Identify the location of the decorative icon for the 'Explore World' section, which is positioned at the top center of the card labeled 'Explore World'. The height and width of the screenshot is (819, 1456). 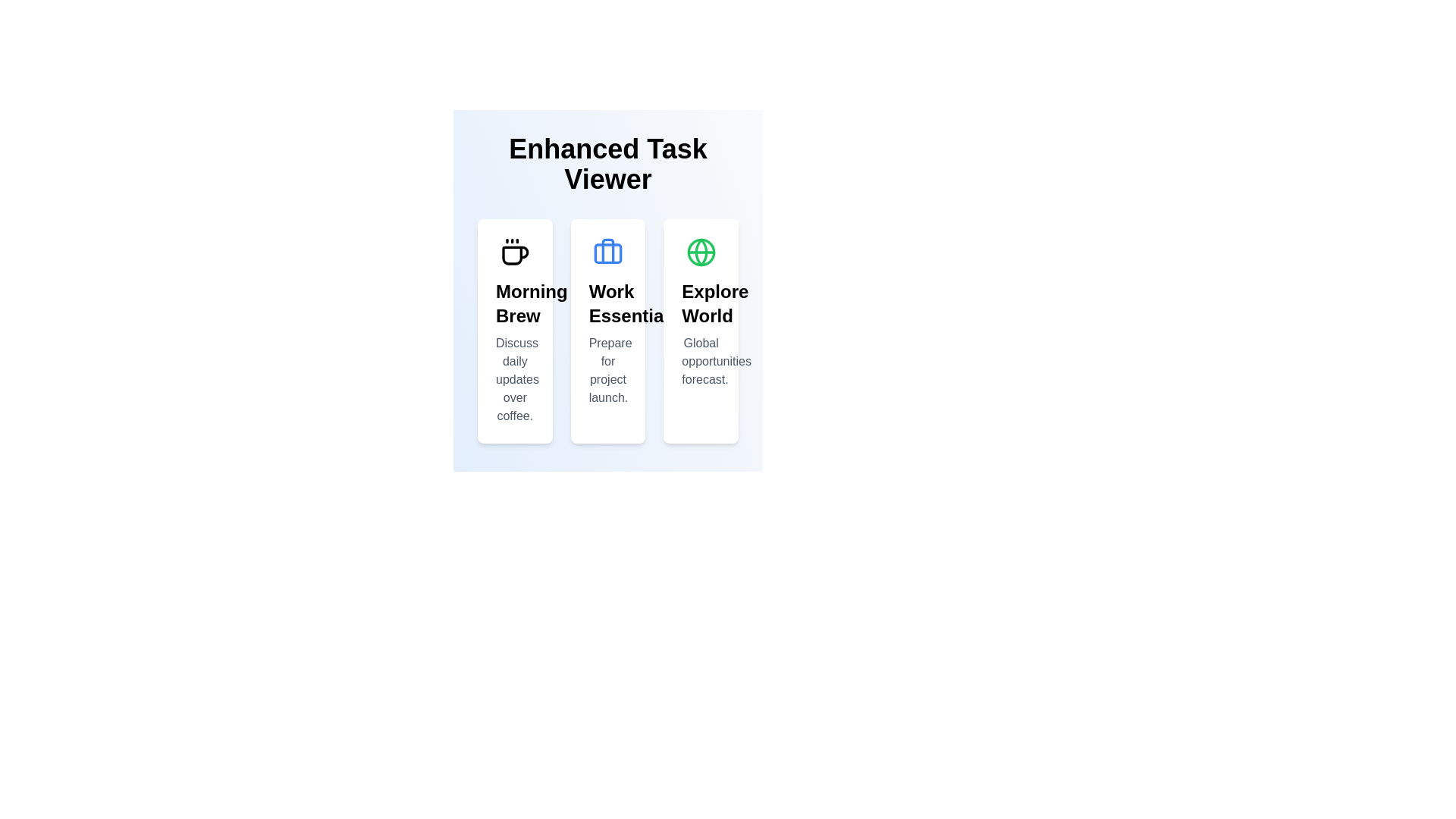
(700, 251).